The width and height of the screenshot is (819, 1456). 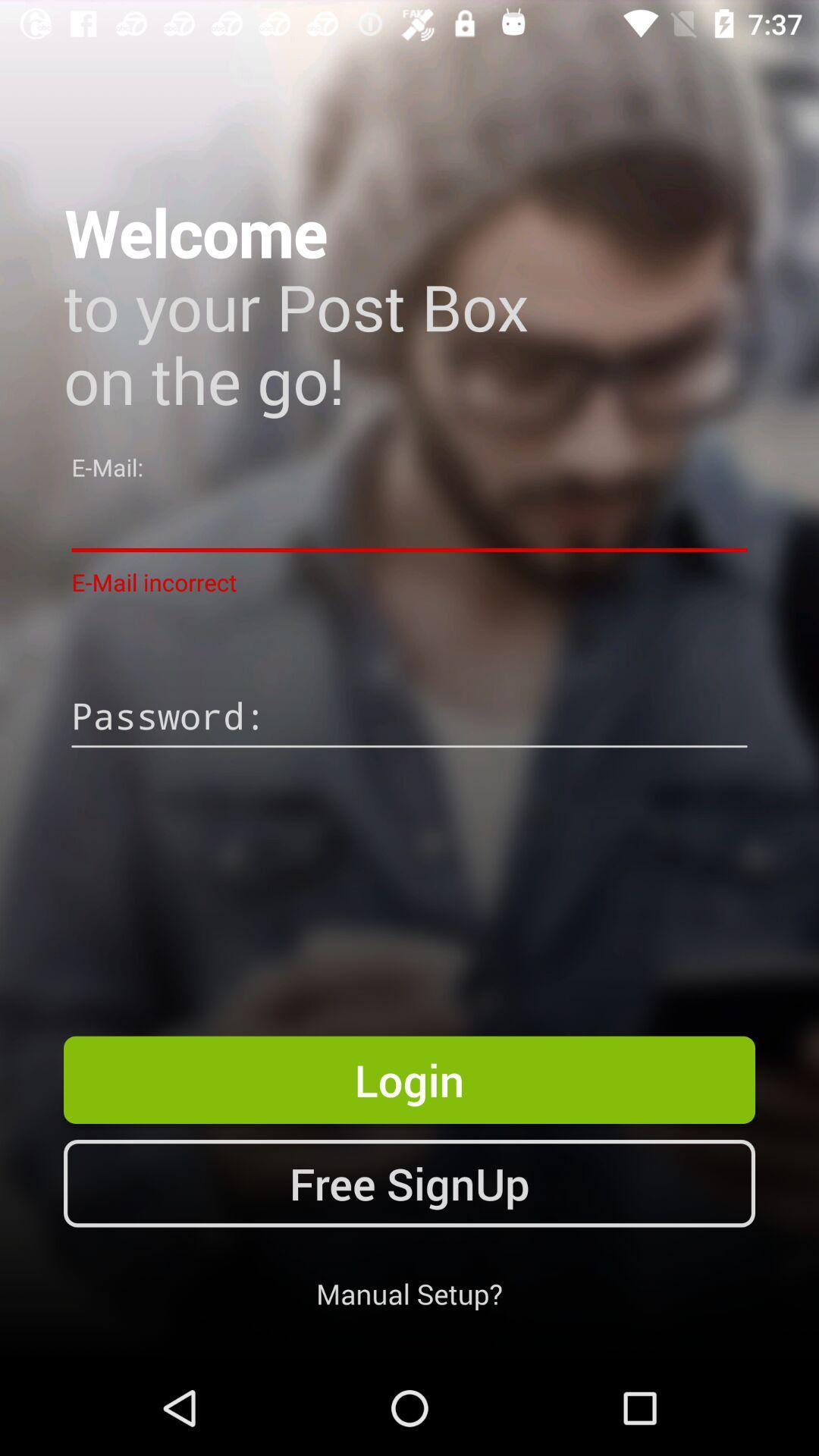 I want to click on password, so click(x=409, y=717).